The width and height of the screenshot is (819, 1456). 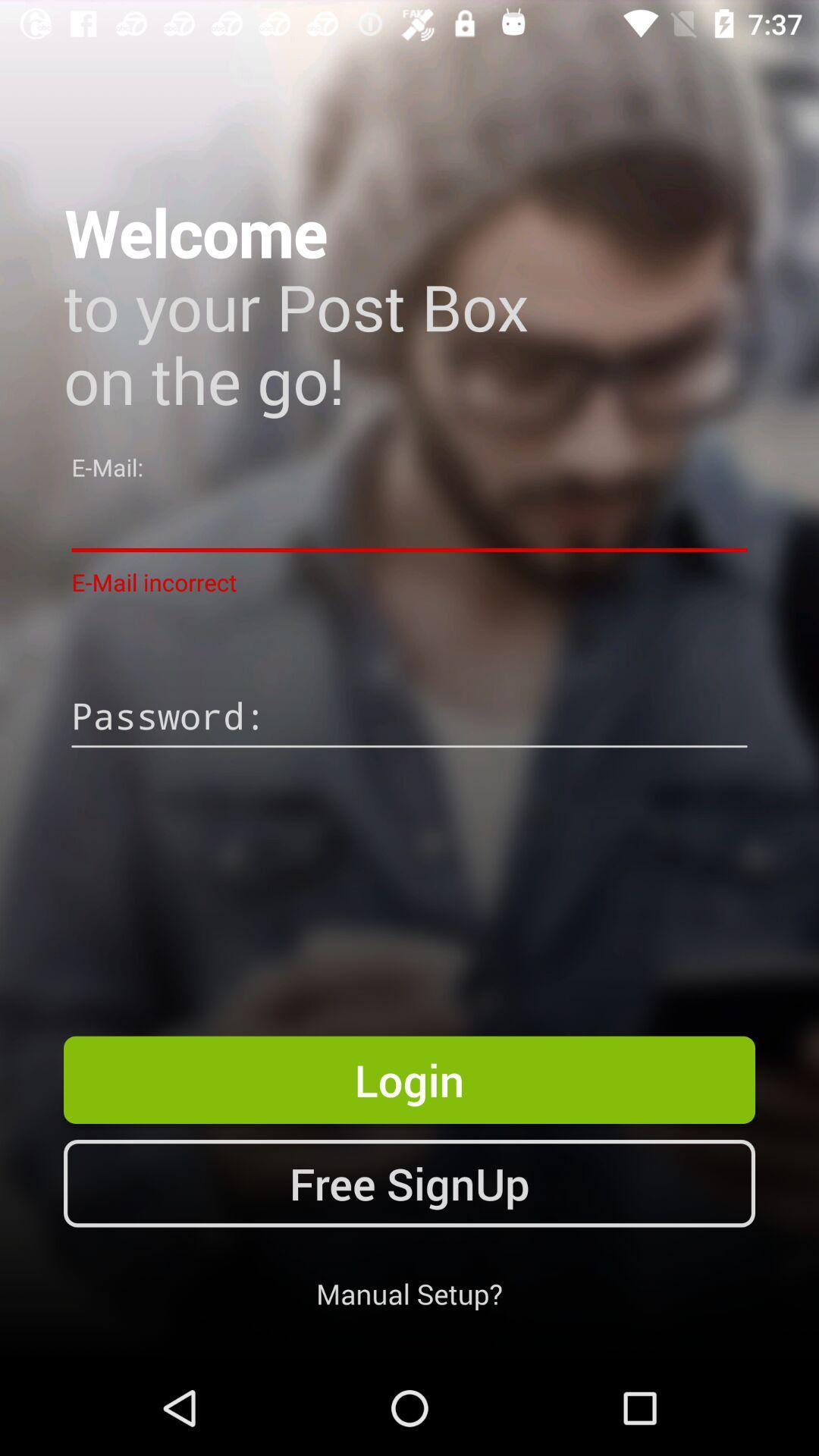 I want to click on password, so click(x=409, y=717).